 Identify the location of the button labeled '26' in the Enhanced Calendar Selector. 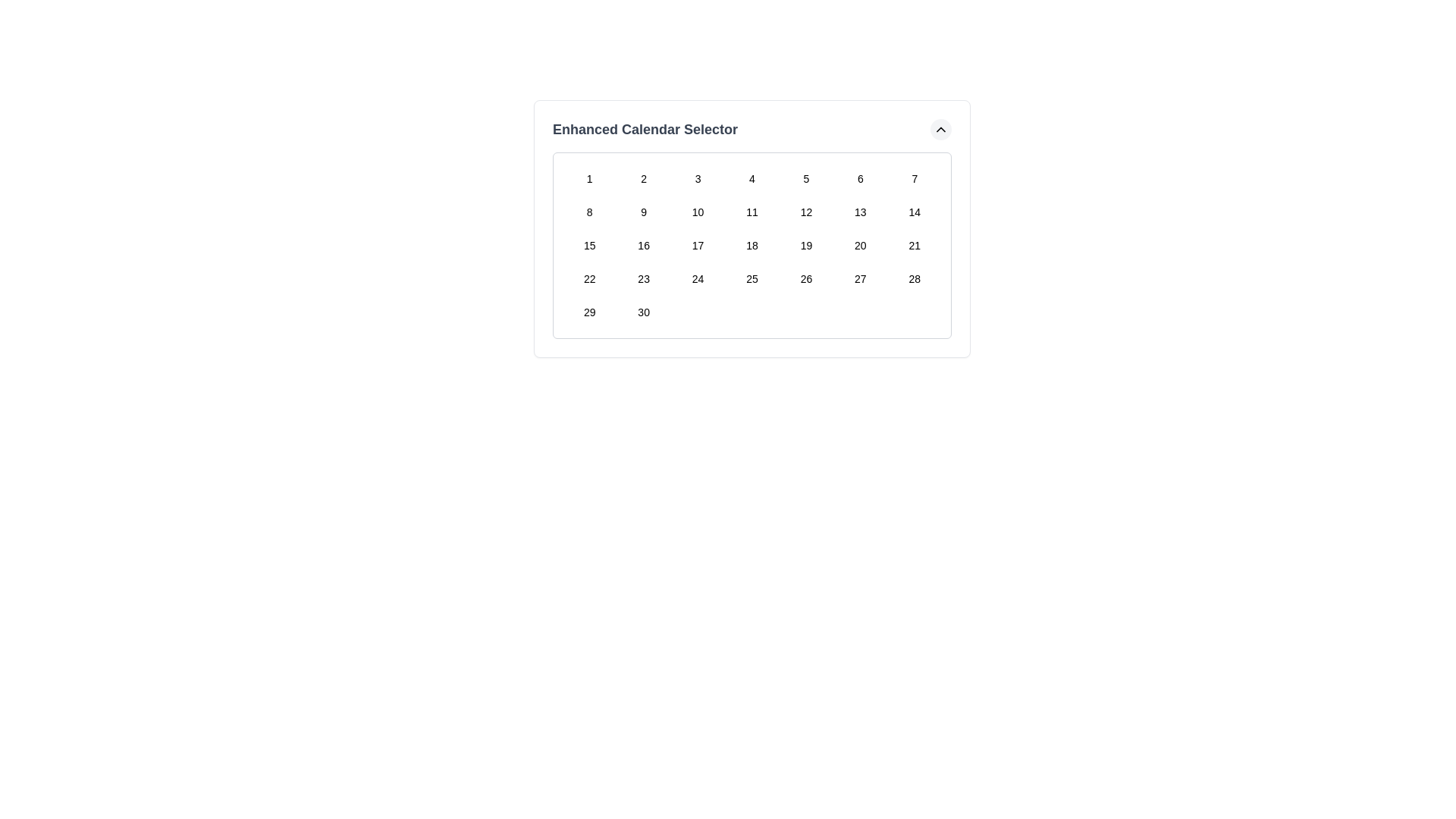
(805, 278).